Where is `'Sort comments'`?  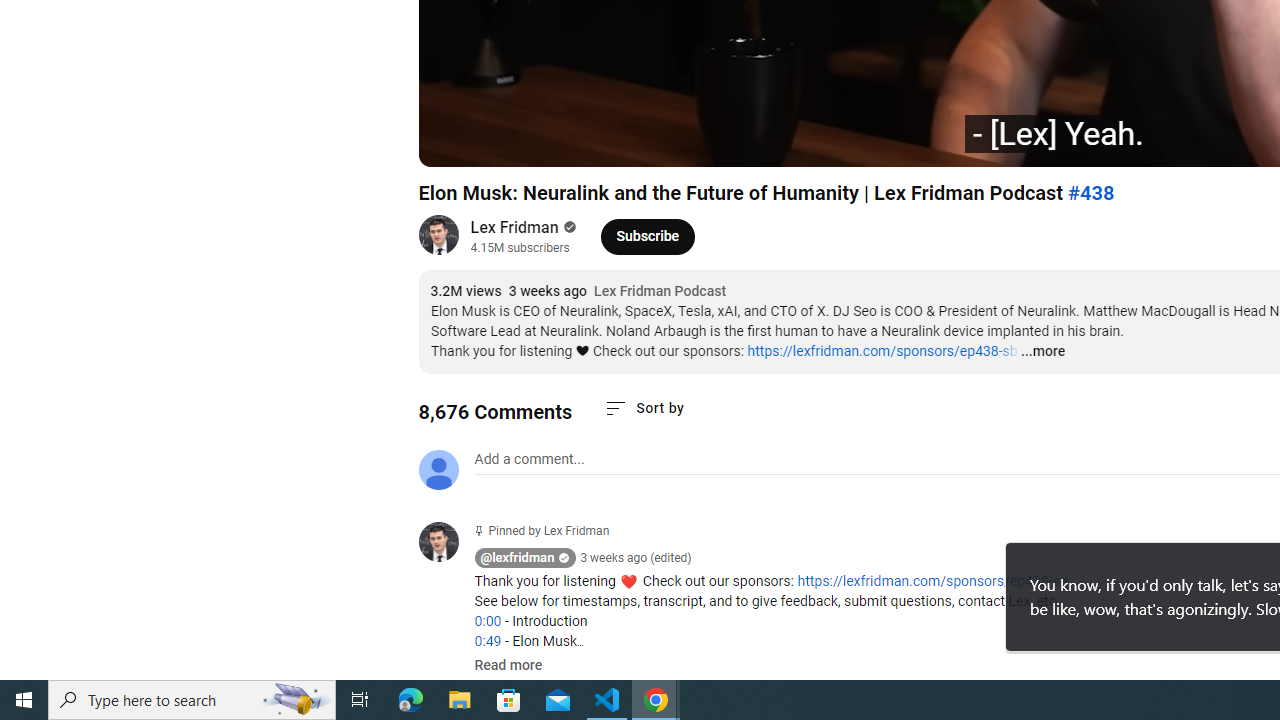
'Sort comments' is located at coordinates (644, 407).